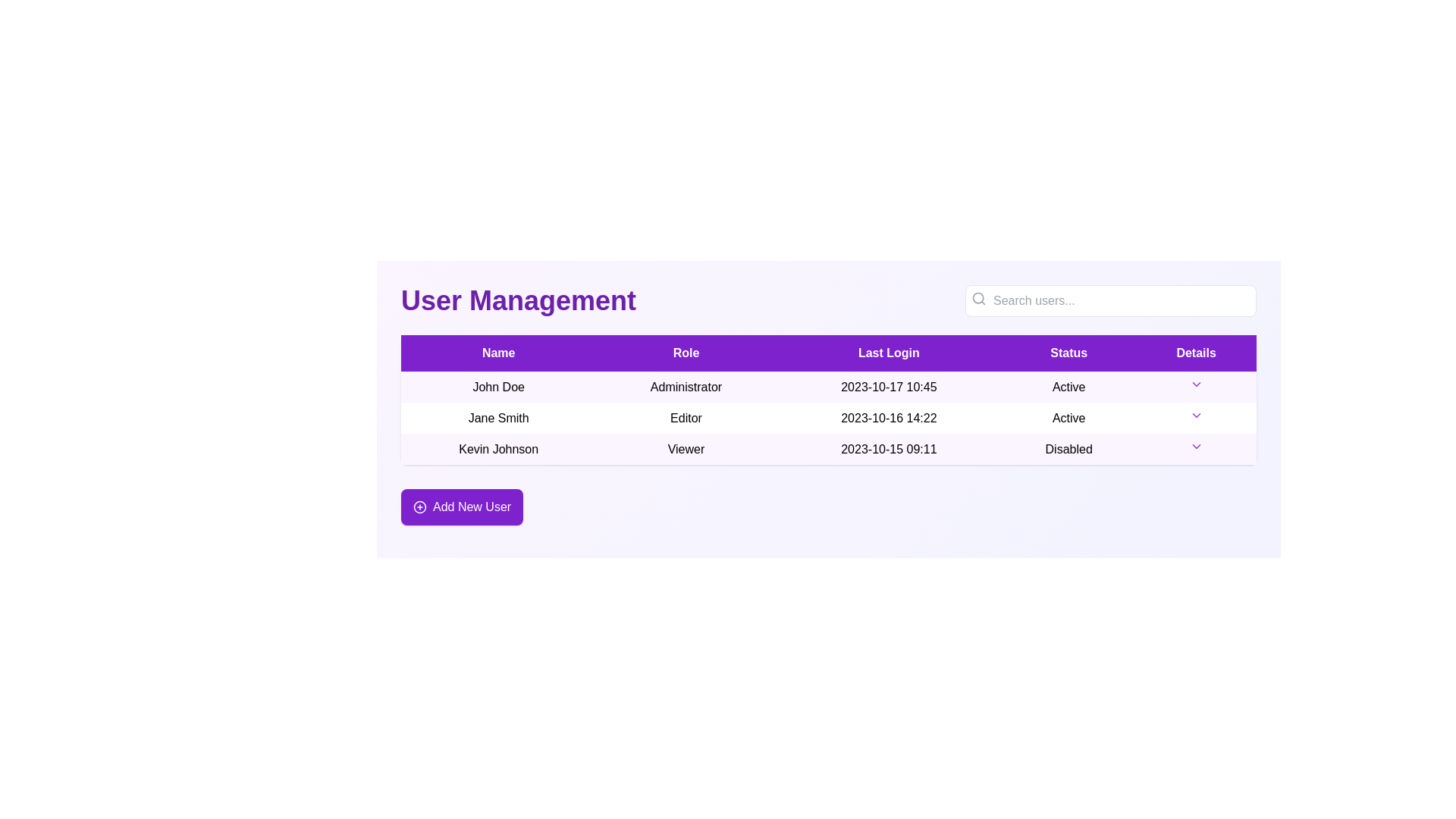 The height and width of the screenshot is (819, 1456). Describe the element at coordinates (889, 448) in the screenshot. I see `the static text field displaying the date and time '2023-10-15 09:11', located in the third row of the user management table under the 'Last Login' column` at that location.